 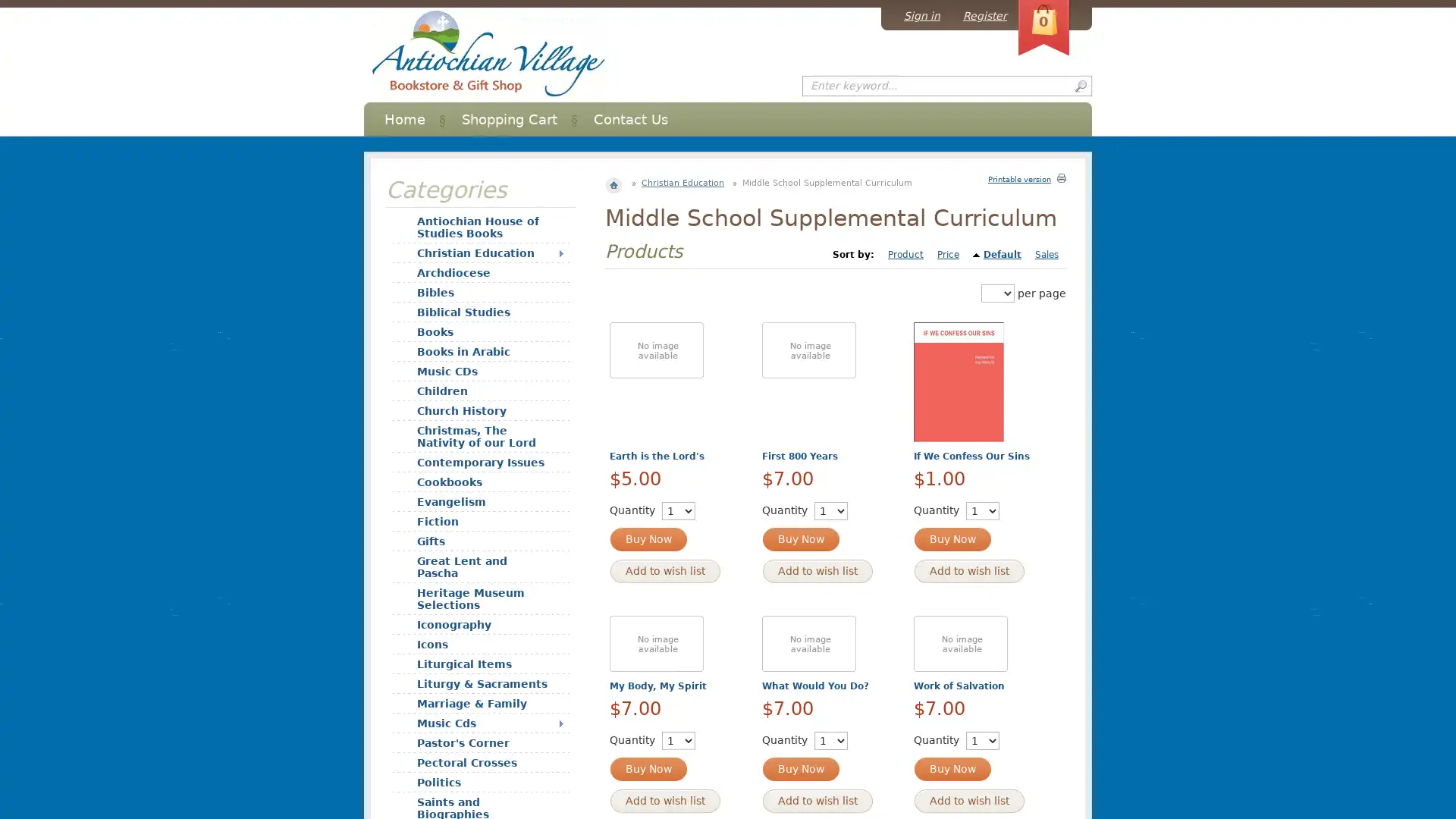 I want to click on Buy Now, so click(x=799, y=769).